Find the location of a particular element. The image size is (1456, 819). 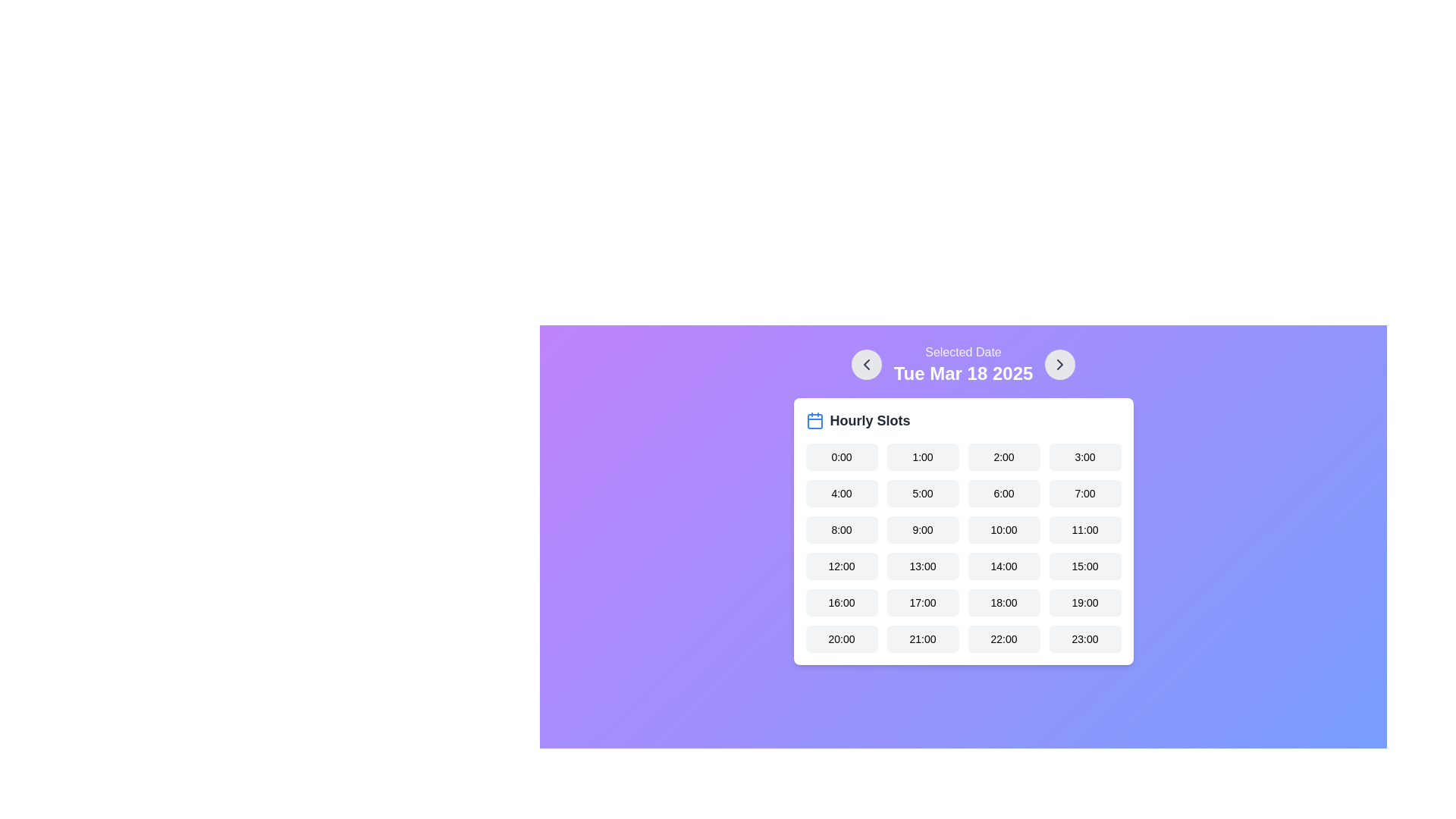

the '6:00' button, which is the seventh button in a grid layout of time slots, located in the second row and third column is located at coordinates (1004, 494).